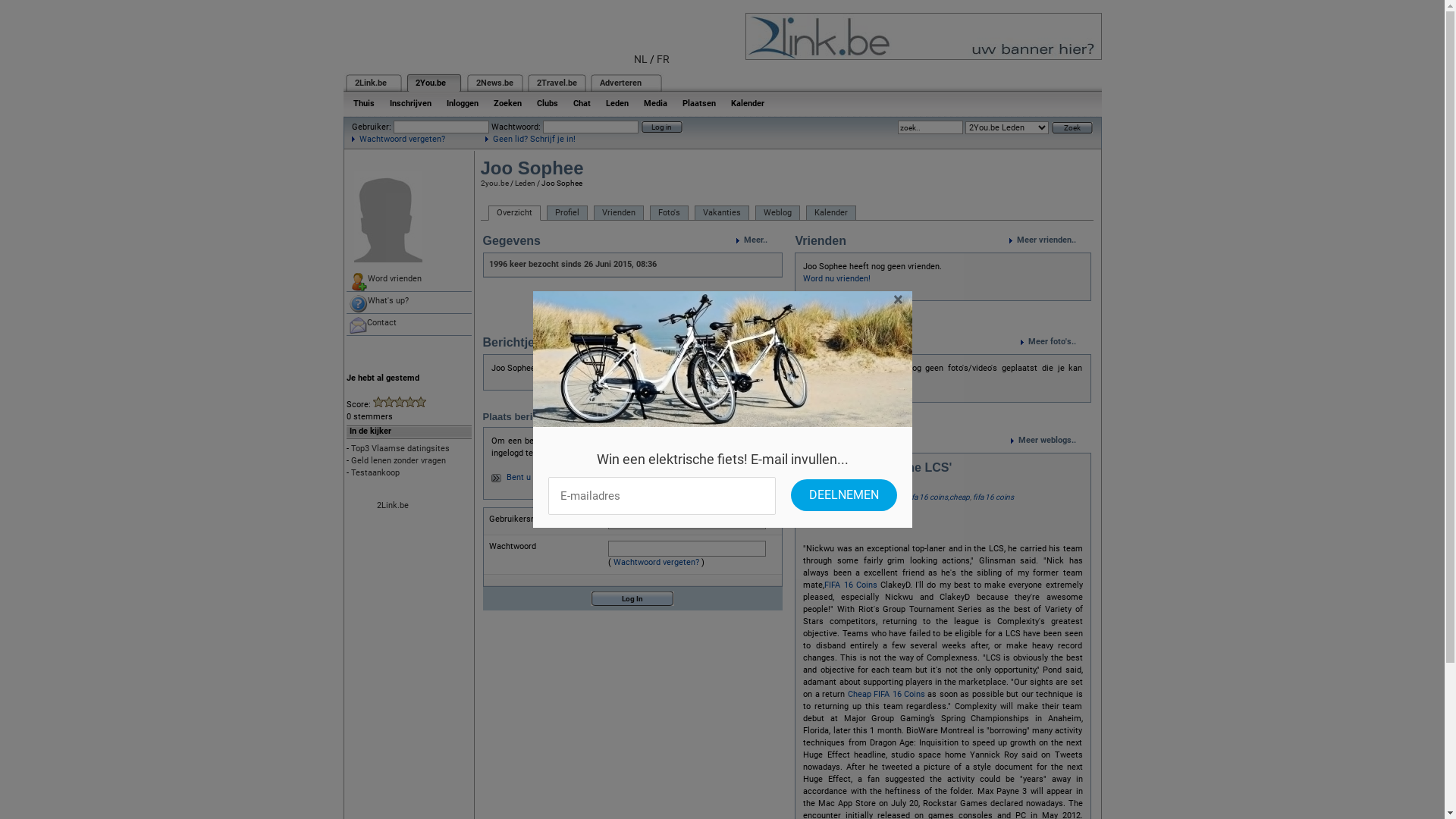 This screenshot has width=1456, height=819. I want to click on 'Inschrijven', so click(410, 102).